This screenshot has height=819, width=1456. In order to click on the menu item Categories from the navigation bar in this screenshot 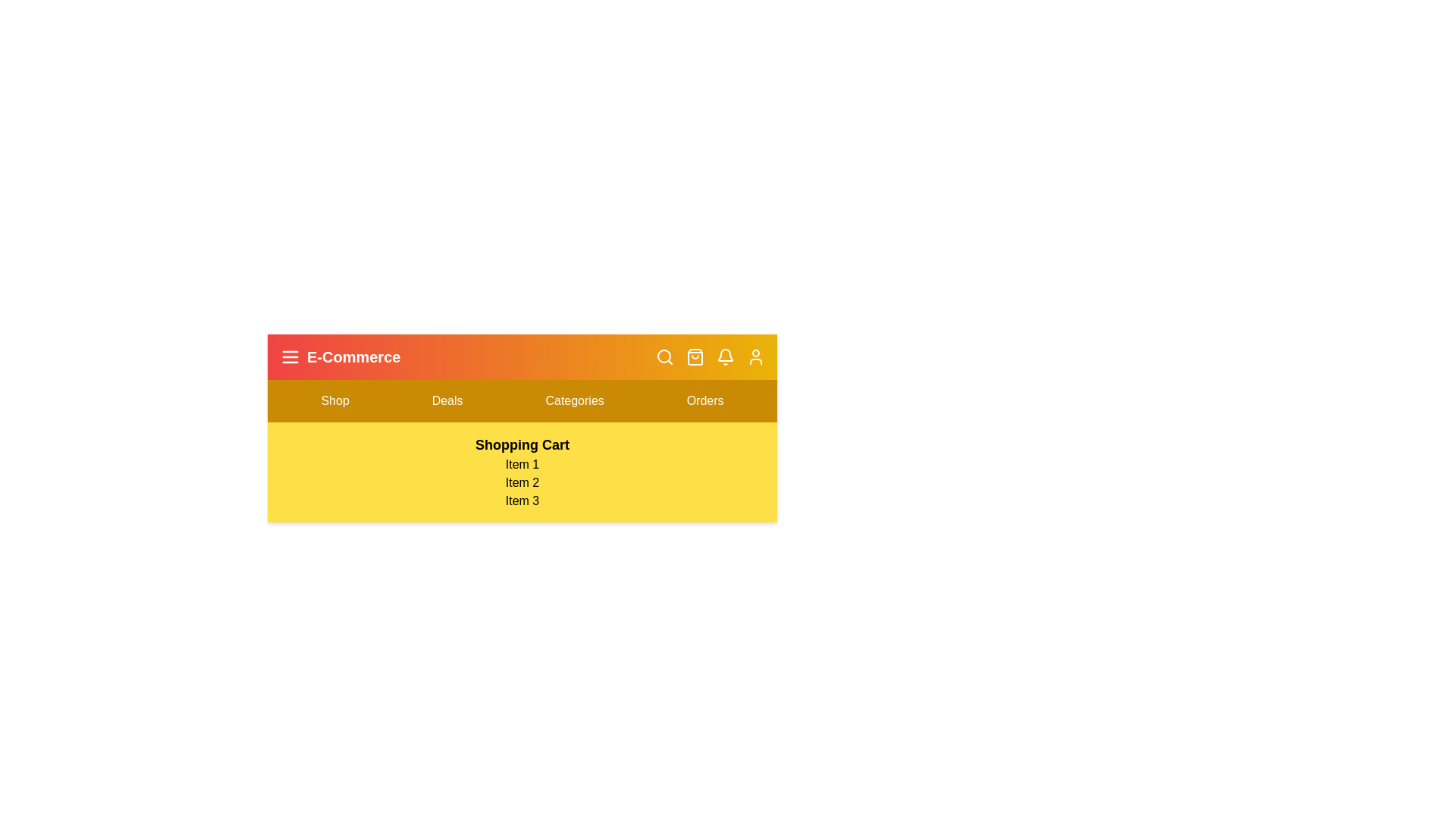, I will do `click(574, 400)`.